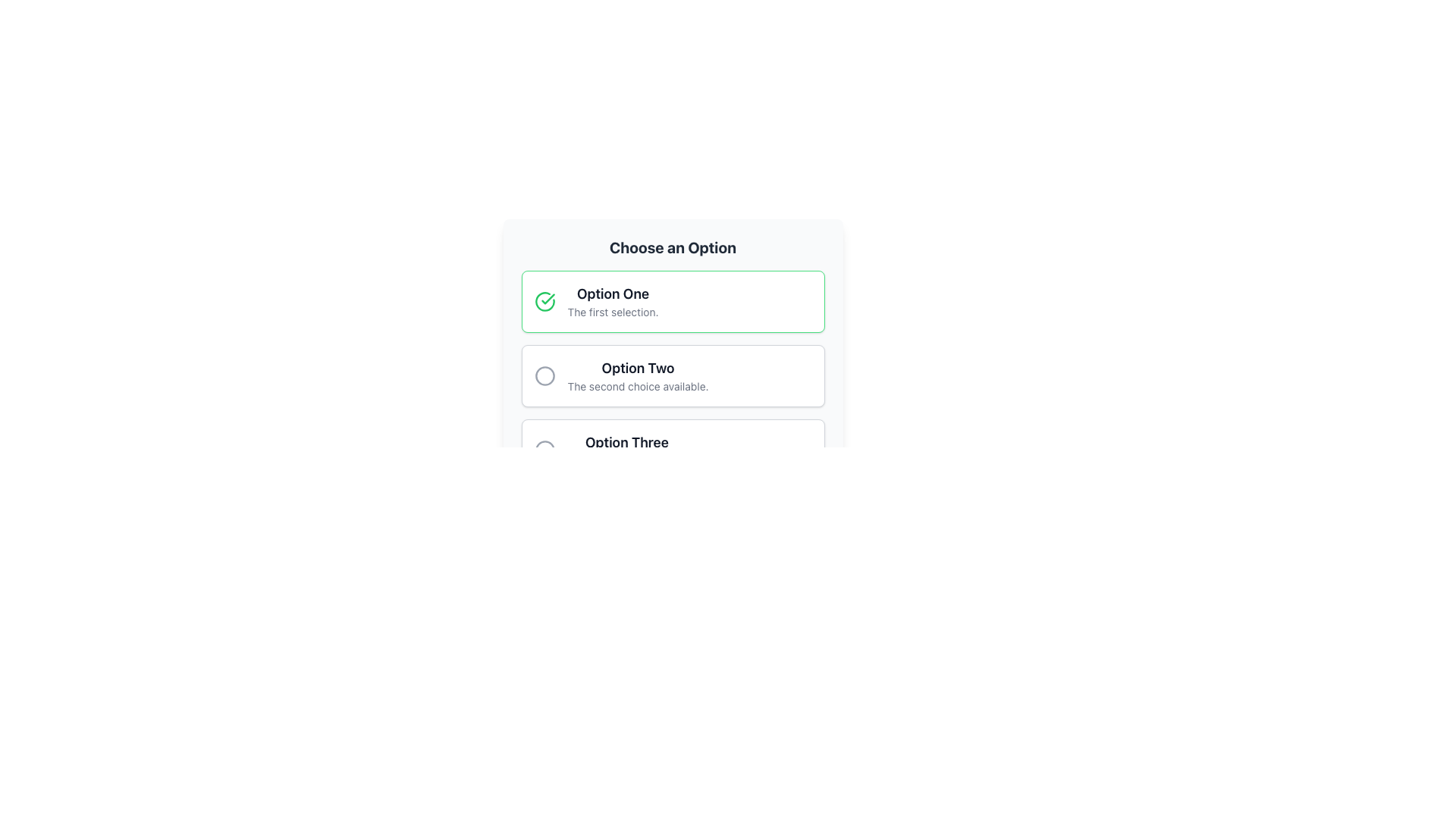 This screenshot has height=819, width=1456. I want to click on the text content of the label that serves as the title for the first selectable option under the header 'Choose an Option', so click(613, 294).